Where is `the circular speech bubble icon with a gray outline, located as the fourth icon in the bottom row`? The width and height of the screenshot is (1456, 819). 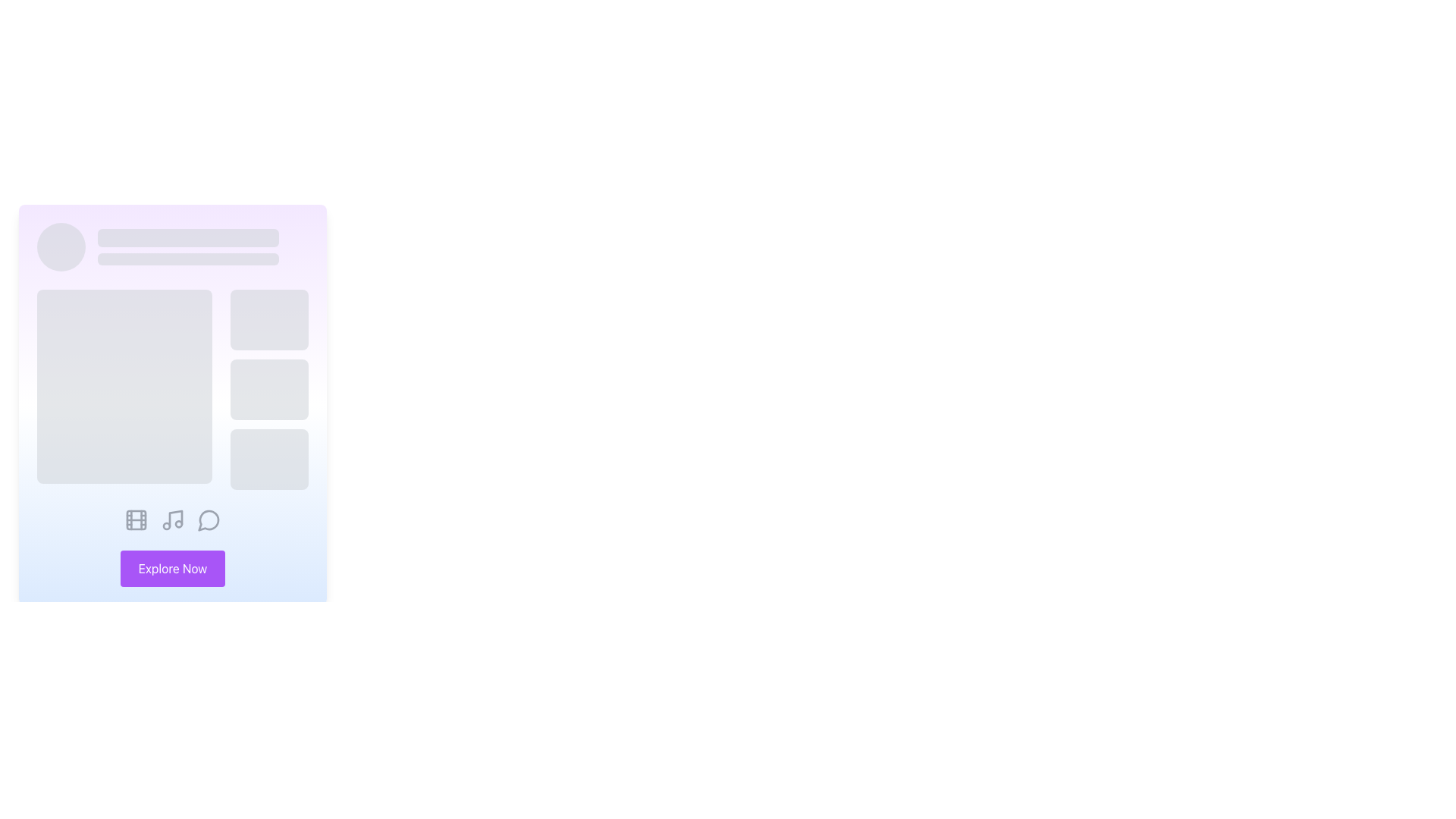 the circular speech bubble icon with a gray outline, located as the fourth icon in the bottom row is located at coordinates (208, 519).